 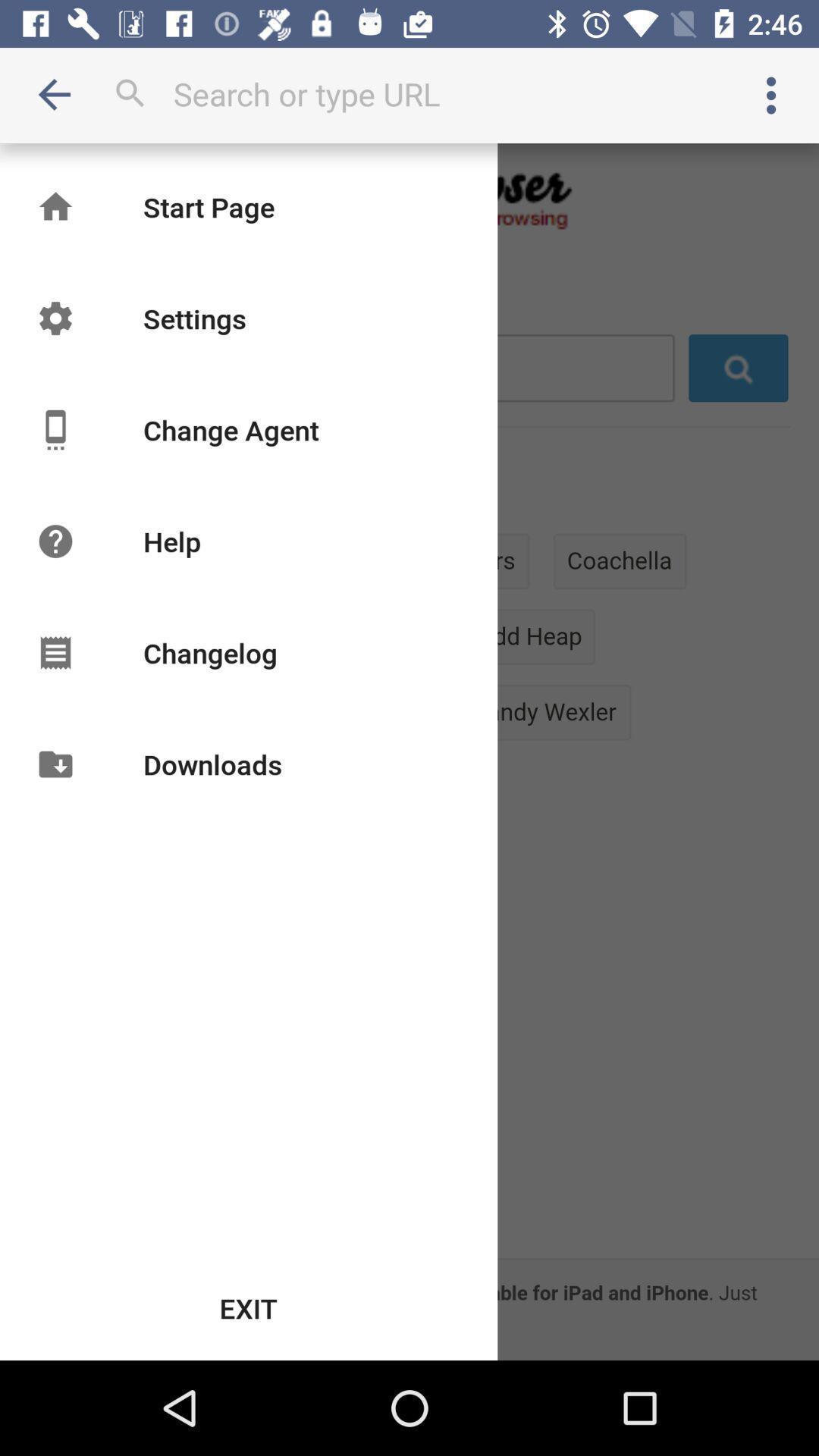 I want to click on settings item, so click(x=193, y=318).